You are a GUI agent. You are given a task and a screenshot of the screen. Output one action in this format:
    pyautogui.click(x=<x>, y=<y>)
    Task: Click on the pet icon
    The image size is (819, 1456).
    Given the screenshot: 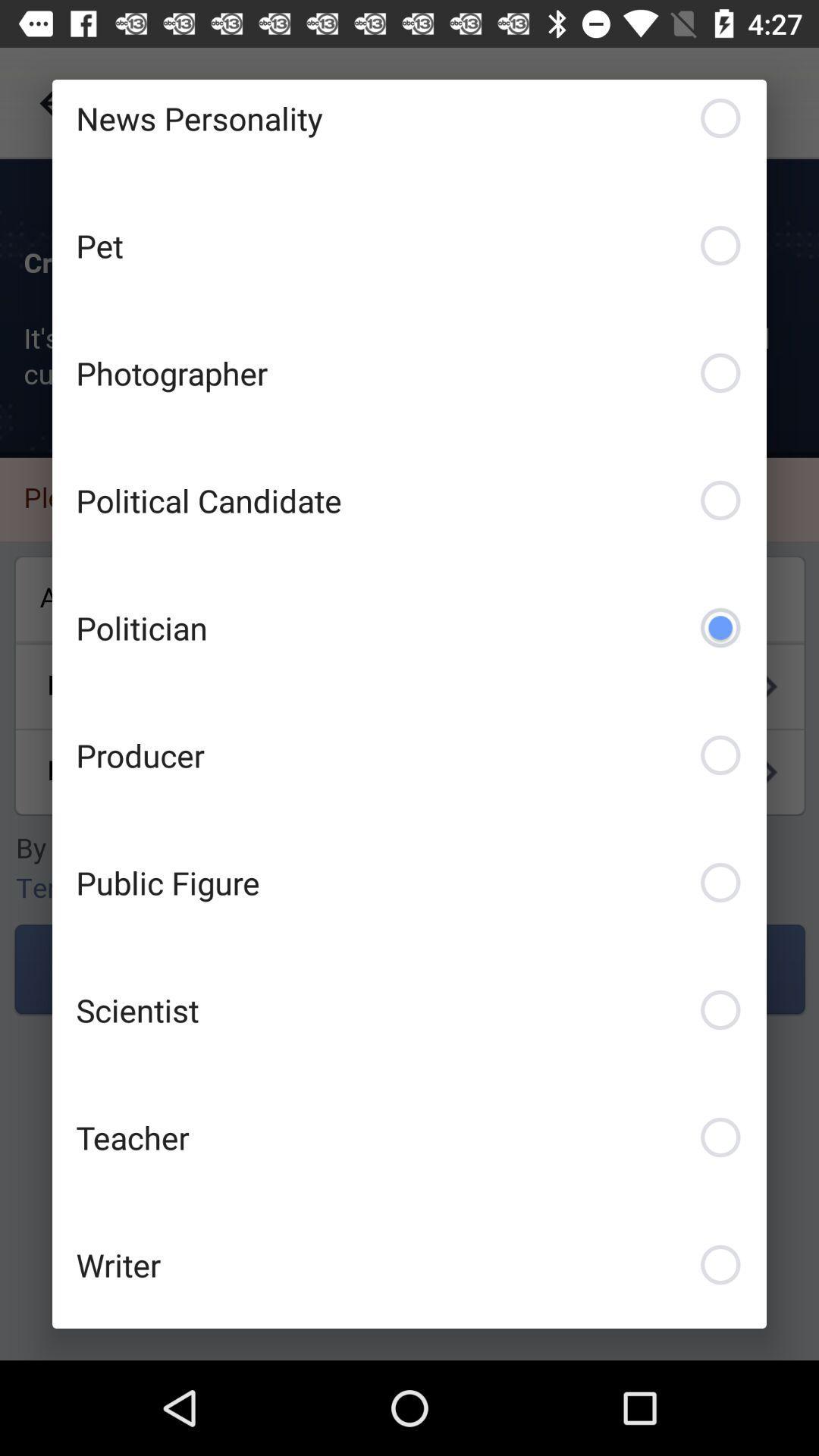 What is the action you would take?
    pyautogui.click(x=409, y=246)
    